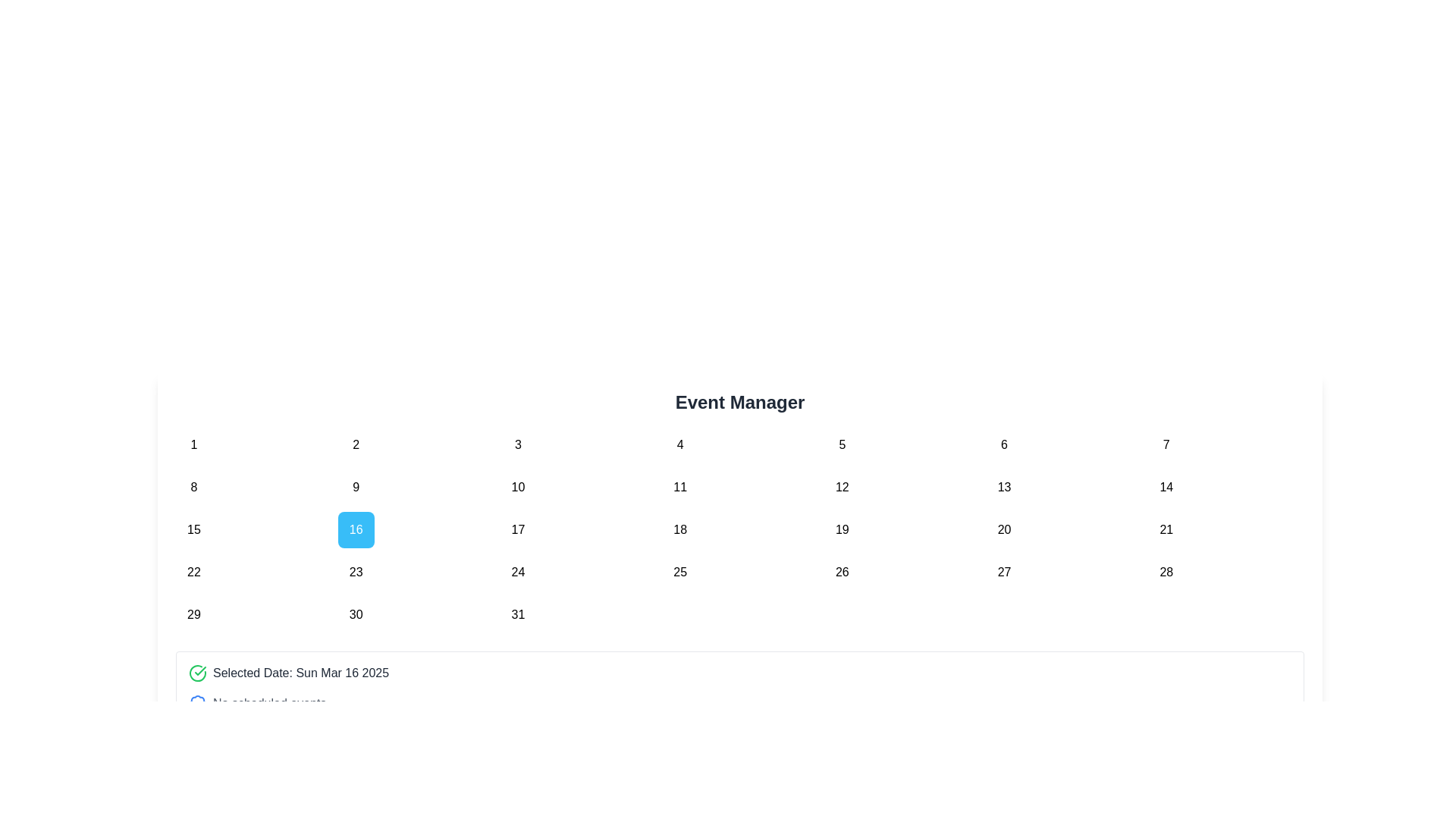 The height and width of the screenshot is (819, 1456). Describe the element at coordinates (355, 529) in the screenshot. I see `the date selection button for the 16th of the month in the calendar interface under 'Event Manager'` at that location.